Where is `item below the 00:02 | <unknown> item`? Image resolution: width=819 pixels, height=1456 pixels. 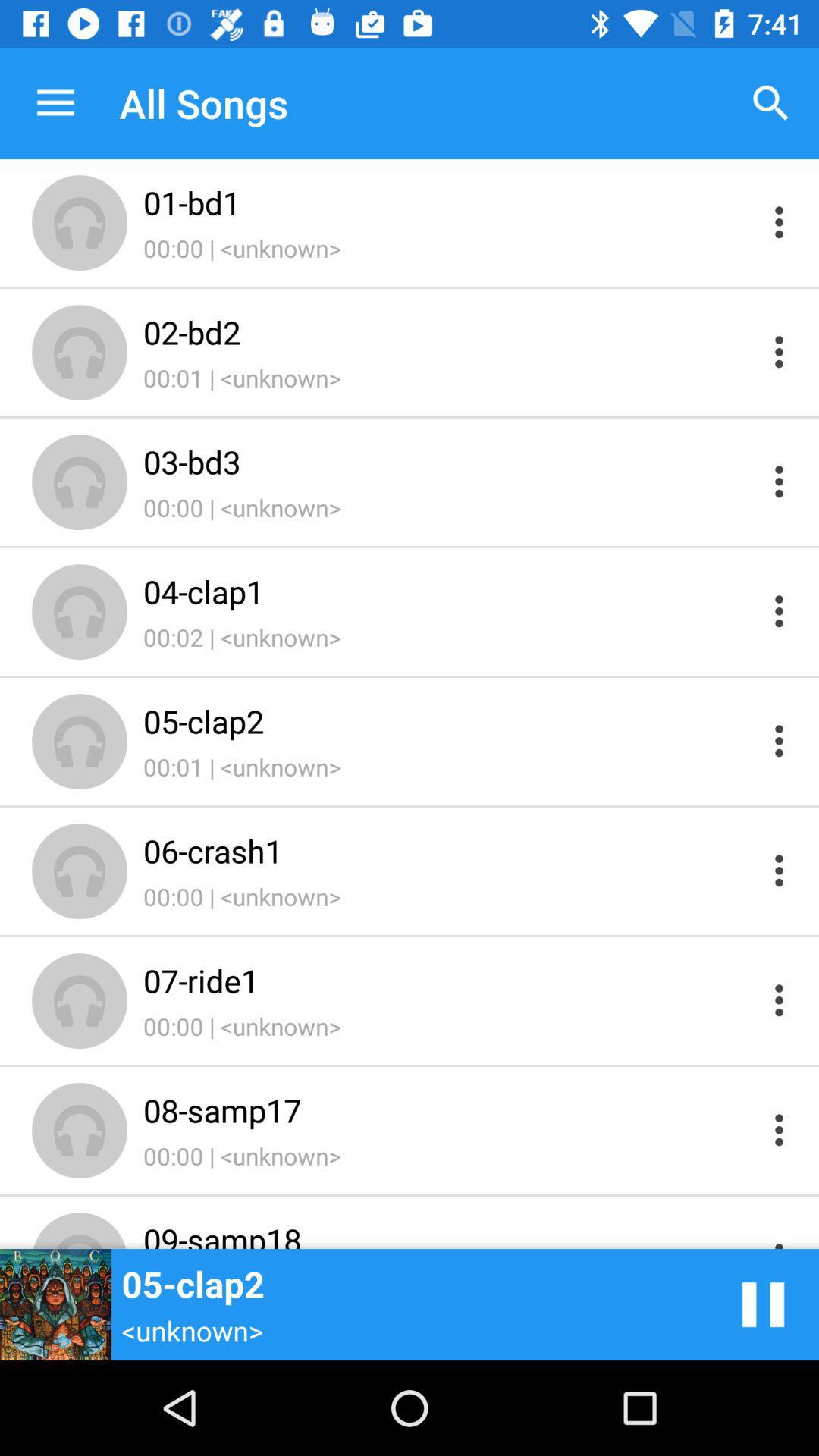 item below the 00:02 | <unknown> item is located at coordinates (448, 720).